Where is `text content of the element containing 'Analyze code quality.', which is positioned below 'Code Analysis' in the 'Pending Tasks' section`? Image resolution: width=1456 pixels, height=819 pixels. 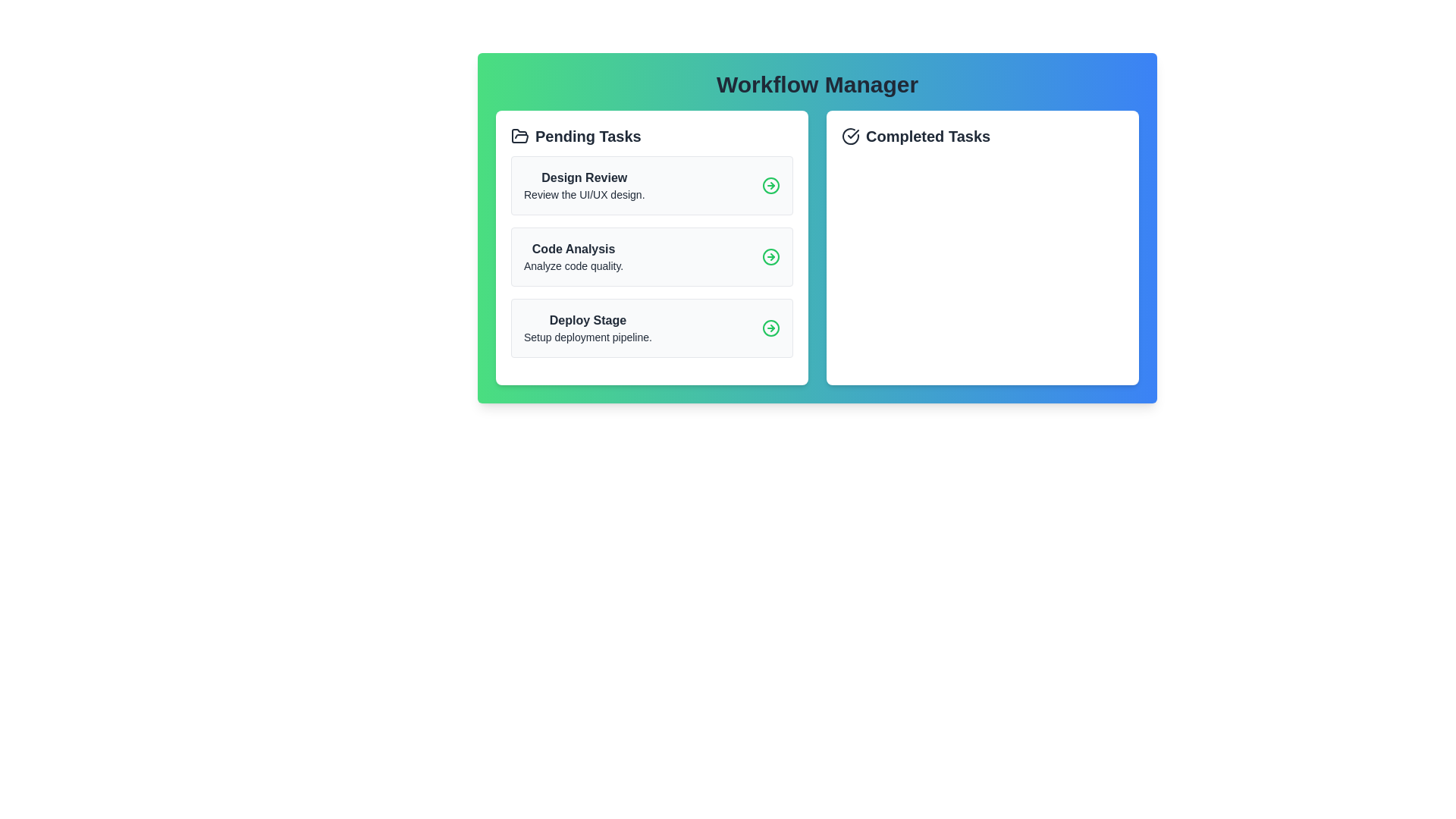 text content of the element containing 'Analyze code quality.', which is positioned below 'Code Analysis' in the 'Pending Tasks' section is located at coordinates (573, 265).